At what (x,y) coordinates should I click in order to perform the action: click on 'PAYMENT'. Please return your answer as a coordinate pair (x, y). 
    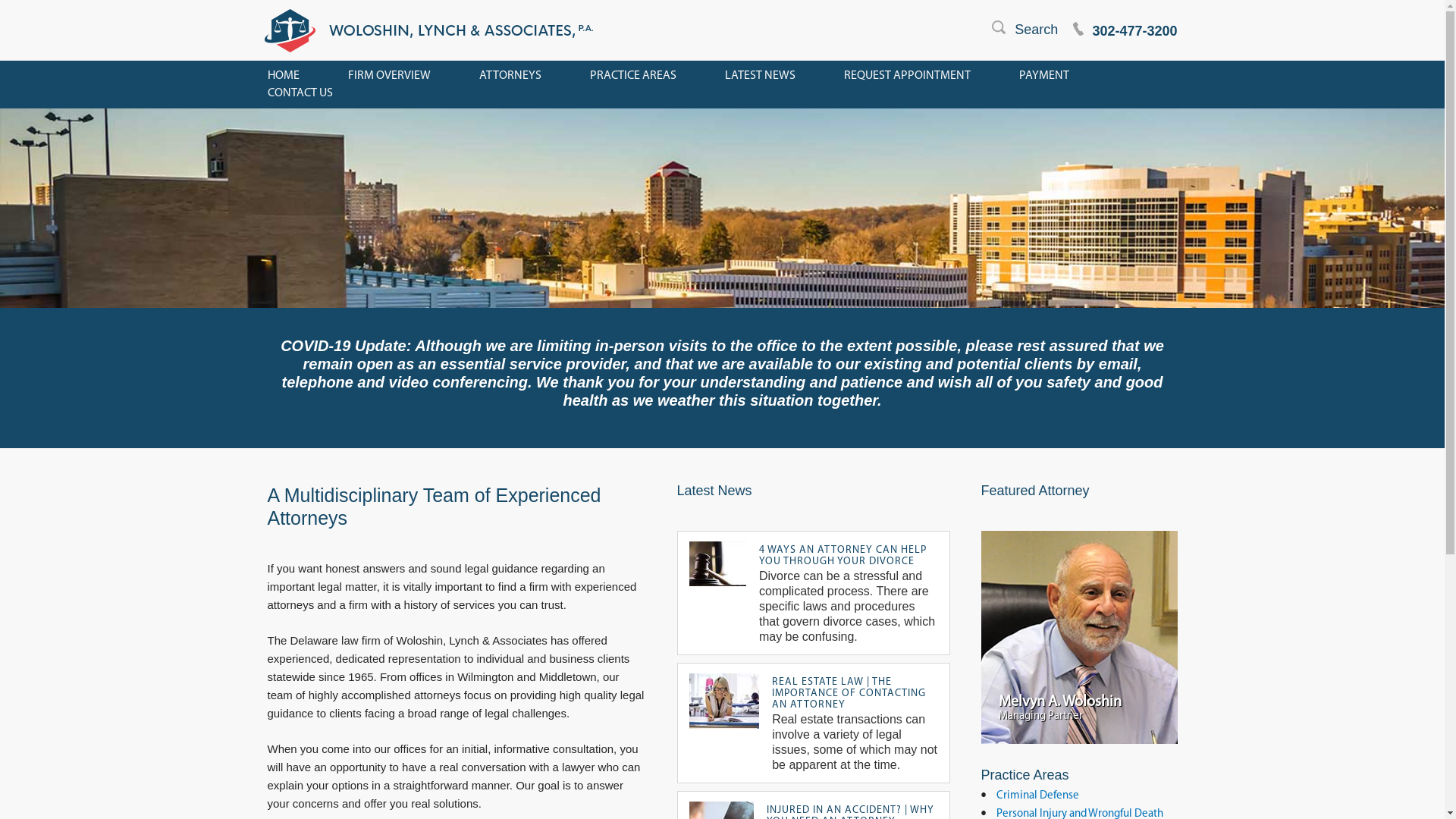
    Looking at the image, I should click on (1019, 76).